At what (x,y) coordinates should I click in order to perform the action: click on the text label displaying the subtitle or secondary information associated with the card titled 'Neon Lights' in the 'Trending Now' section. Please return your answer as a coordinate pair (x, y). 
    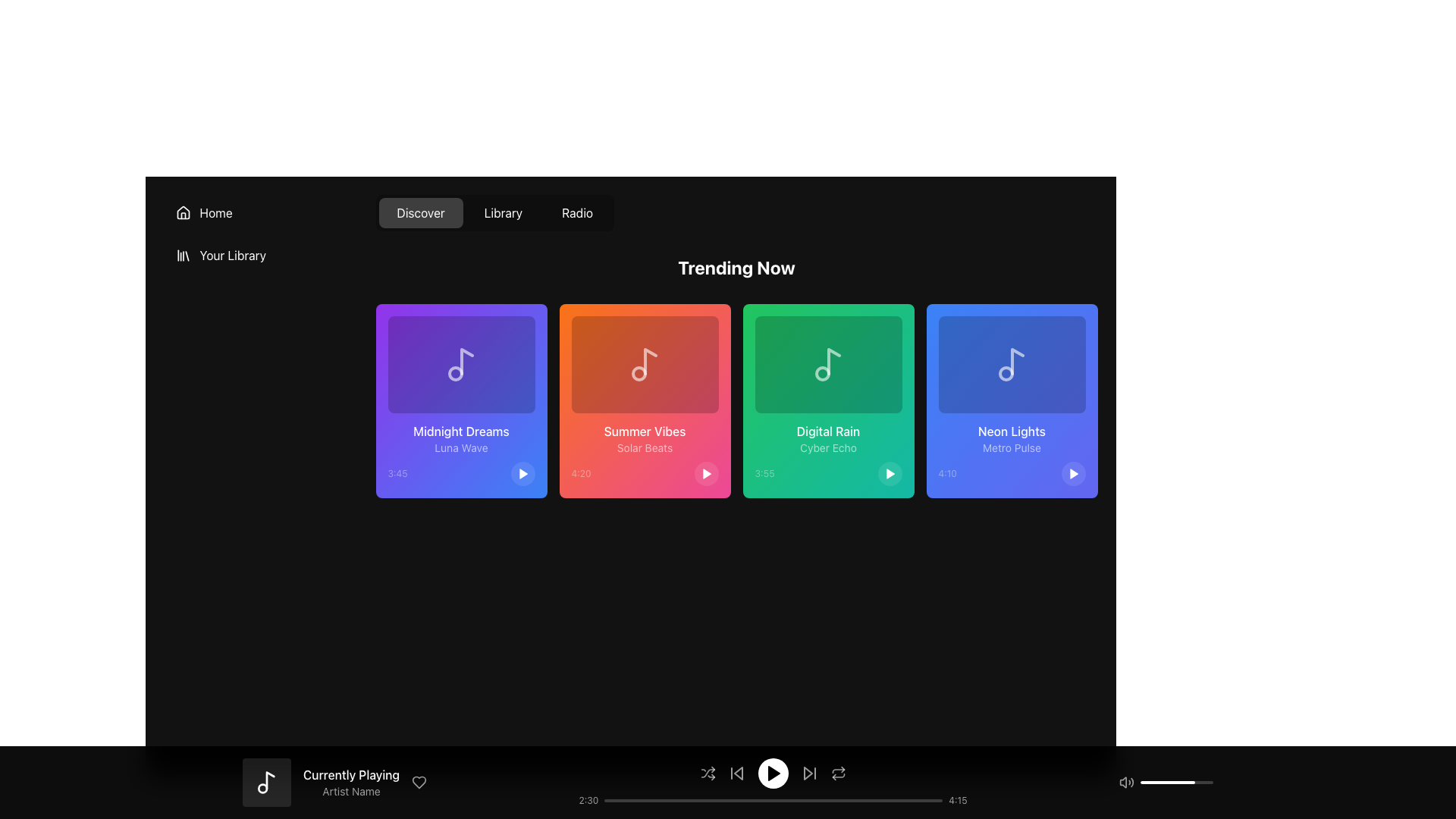
    Looking at the image, I should click on (1012, 447).